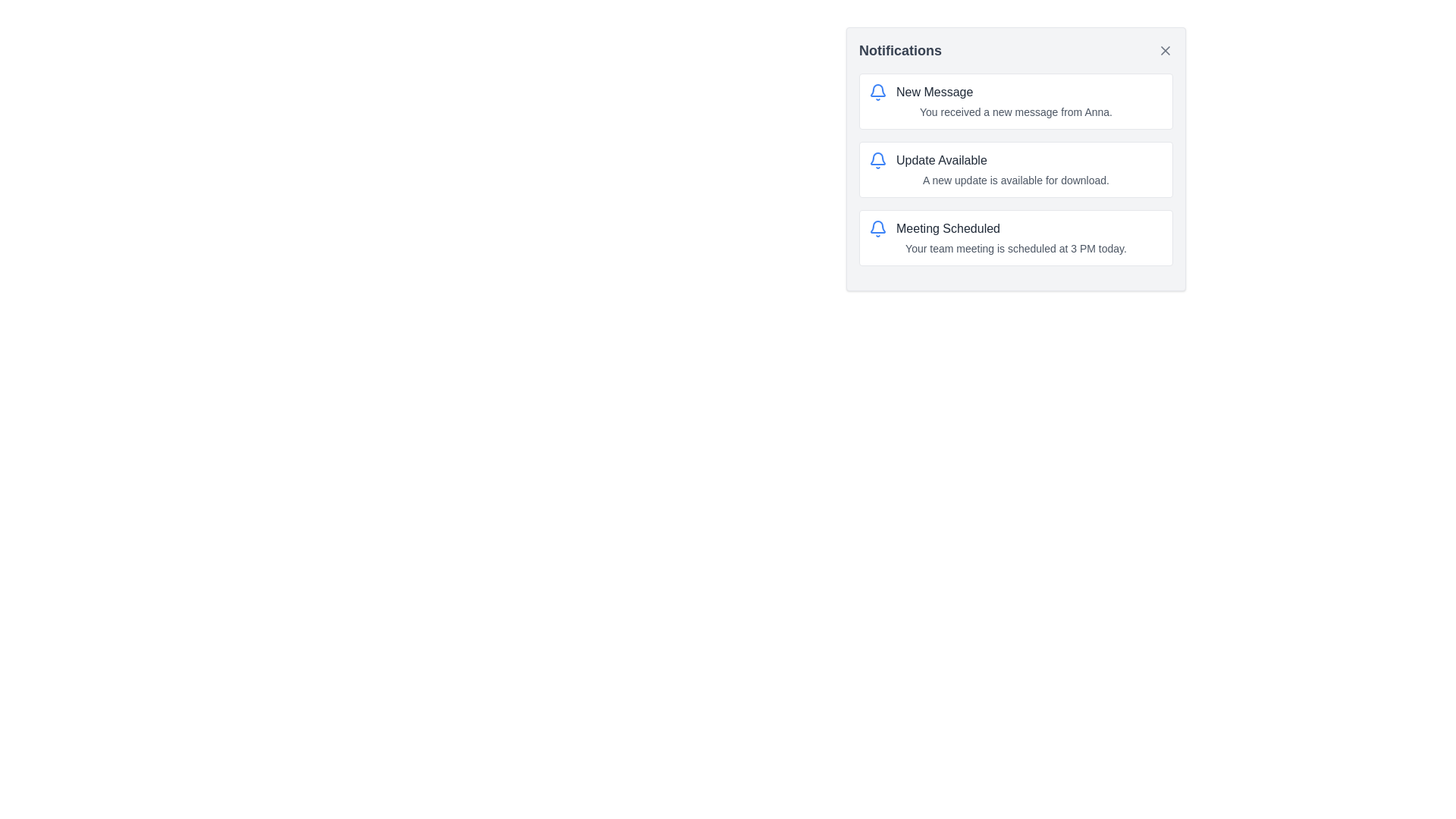  Describe the element at coordinates (1015, 111) in the screenshot. I see `the text label that displays 'You received a new message from Anna.' located below the 'New Message' heading inside the notification box` at that location.